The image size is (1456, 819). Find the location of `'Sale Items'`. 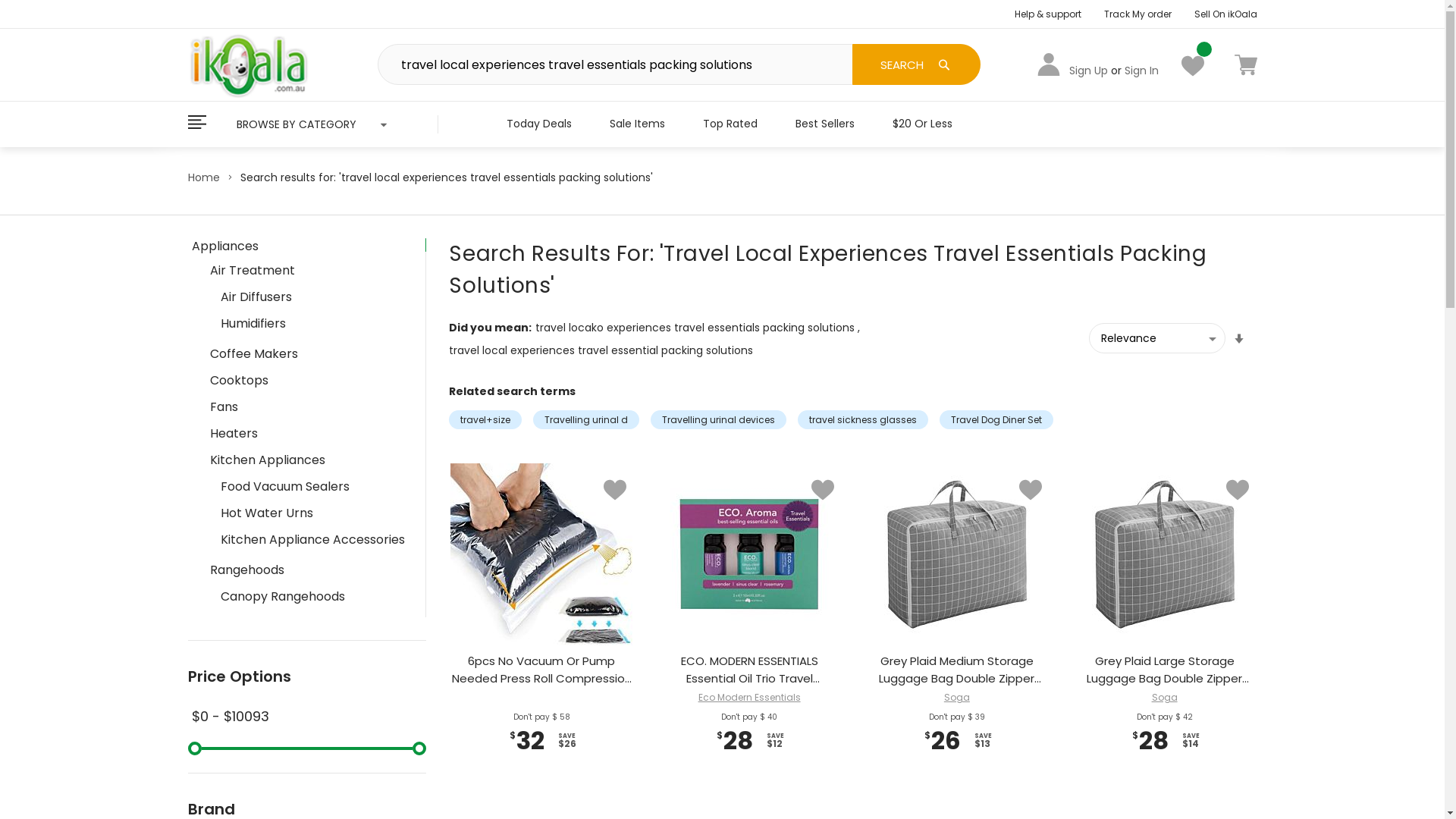

'Sale Items' is located at coordinates (636, 122).